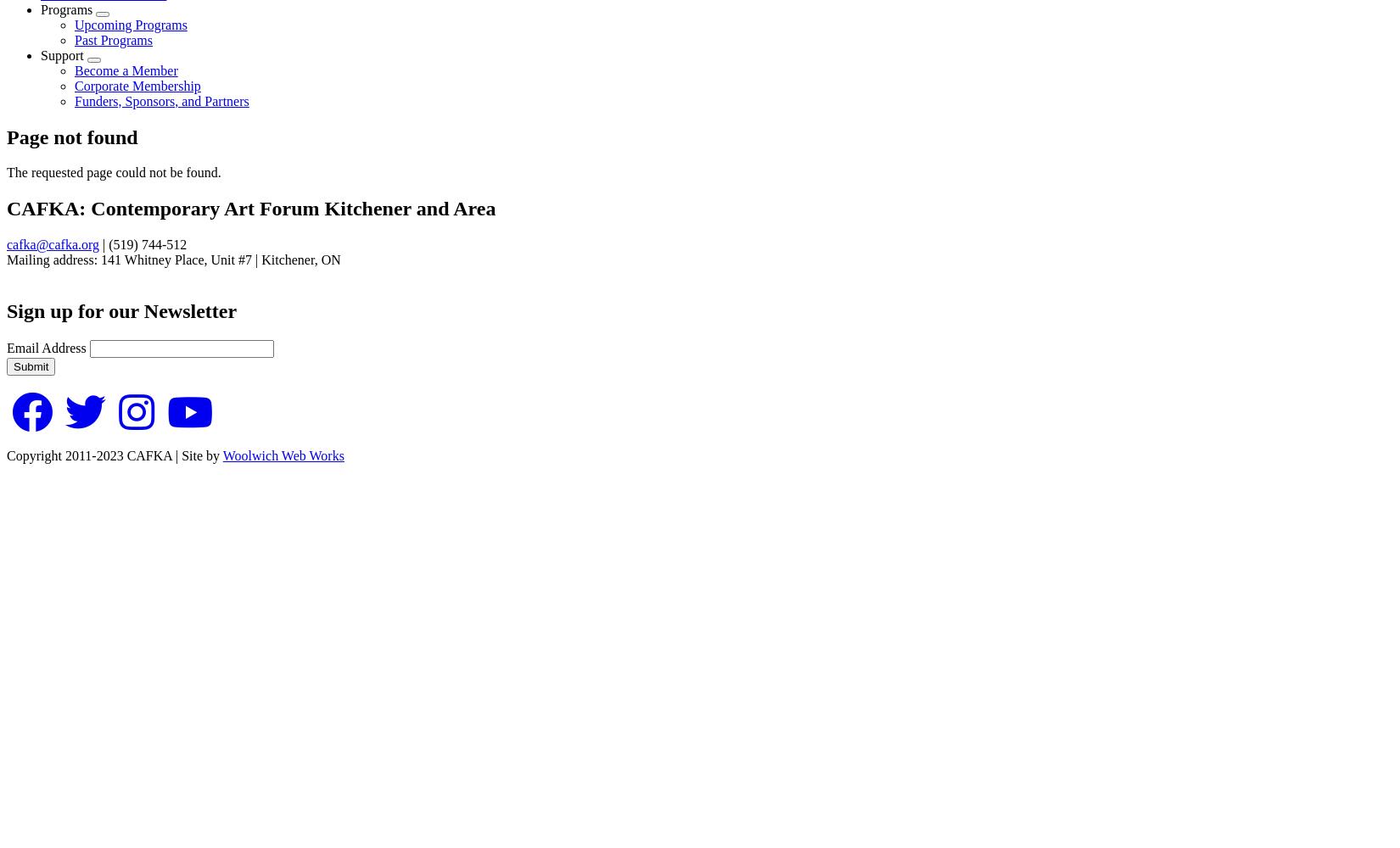  Describe the element at coordinates (121, 310) in the screenshot. I see `'Sign up for our Newsletter'` at that location.